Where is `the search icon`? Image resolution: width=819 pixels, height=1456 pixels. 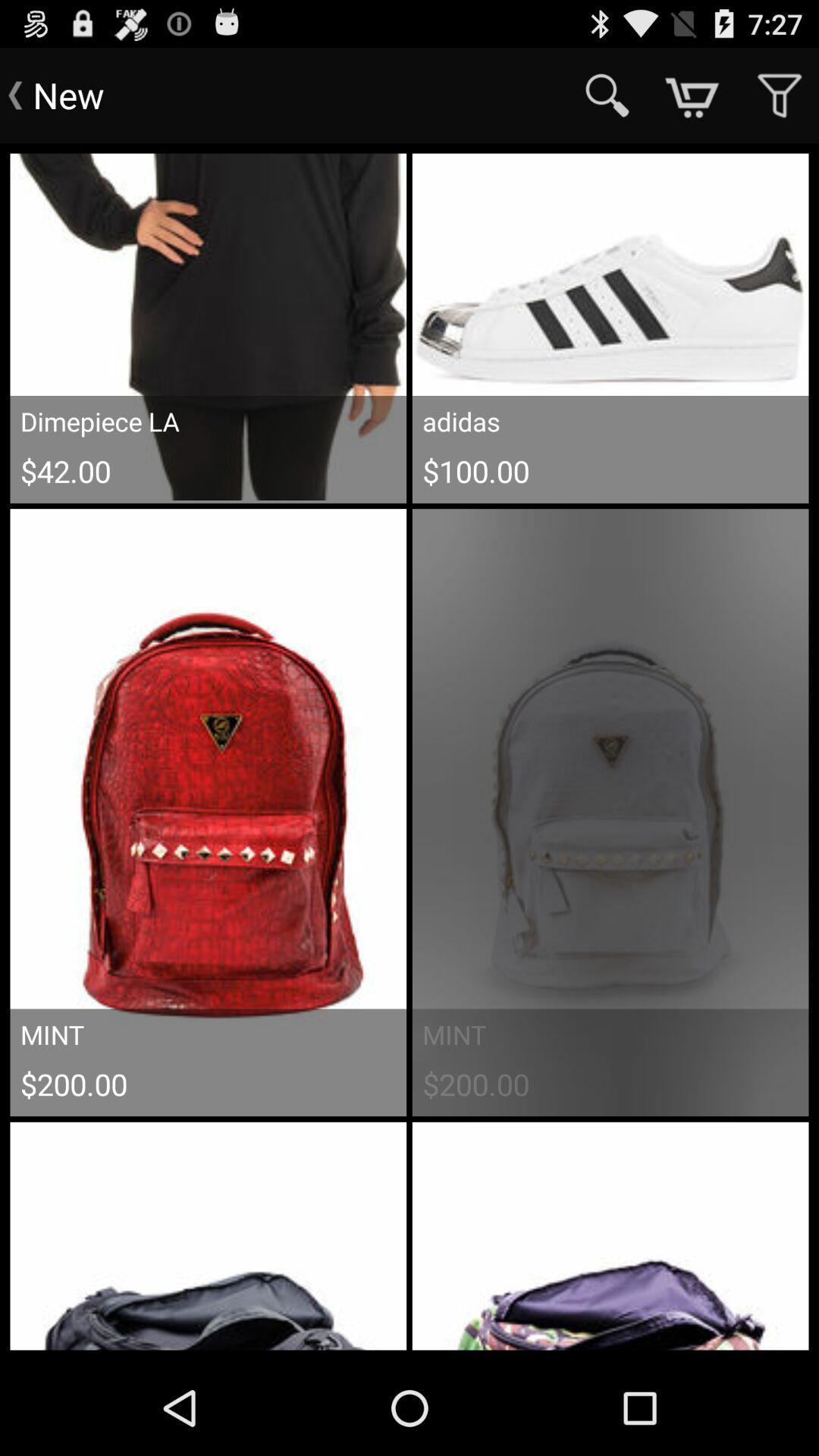
the search icon is located at coordinates (607, 95).